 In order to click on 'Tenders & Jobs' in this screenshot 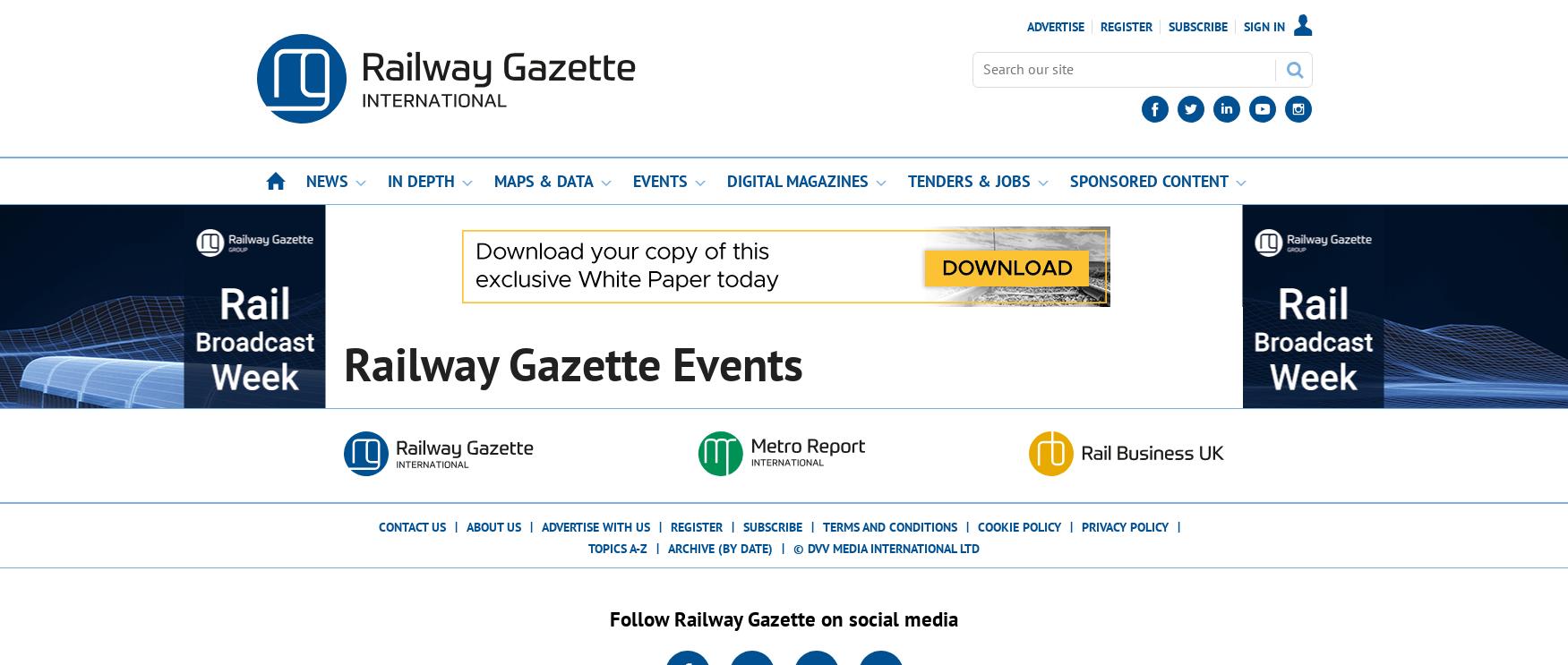, I will do `click(968, 180)`.